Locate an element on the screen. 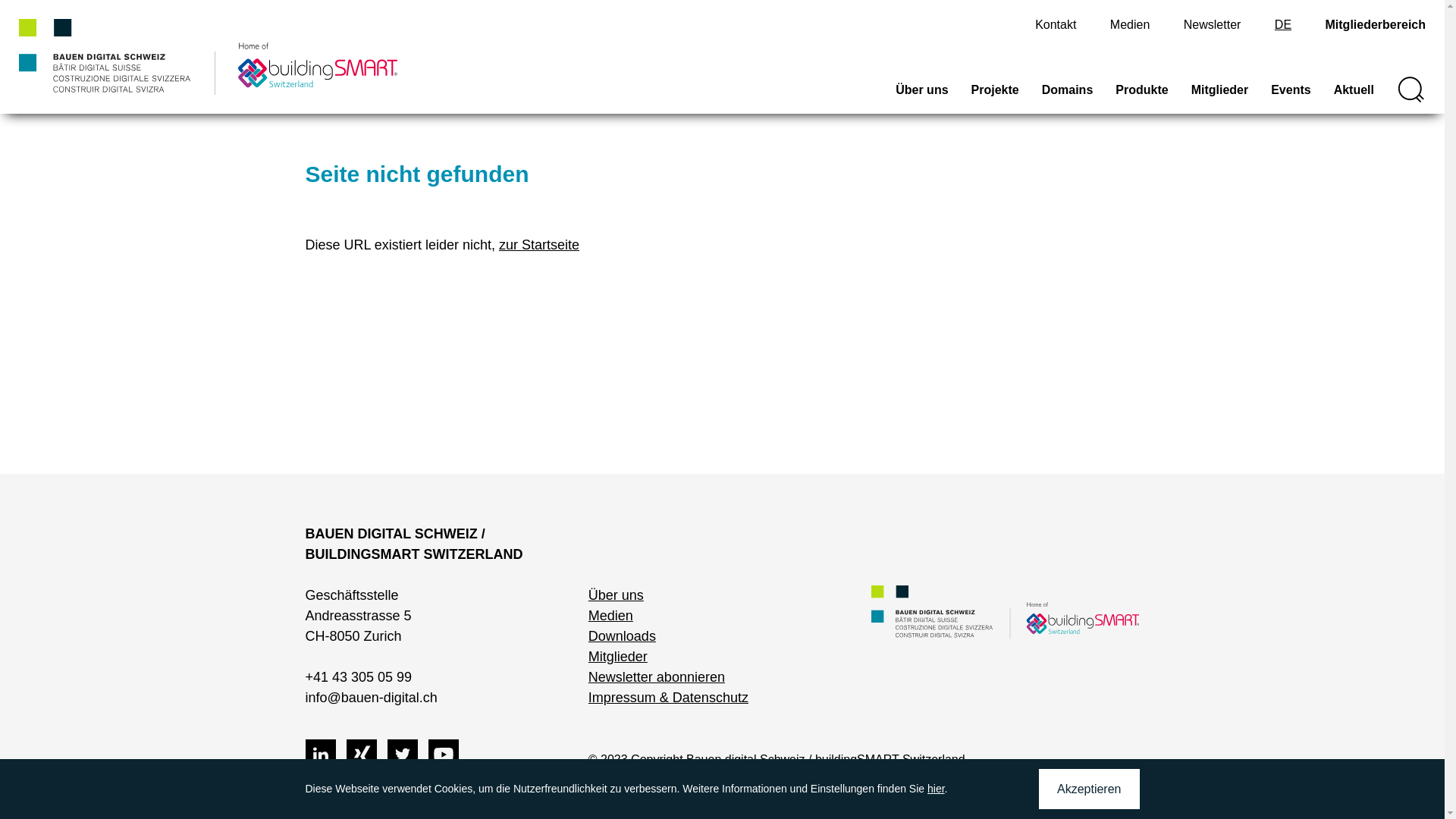 This screenshot has height=819, width=1456. 'zur Startseite' is located at coordinates (538, 244).